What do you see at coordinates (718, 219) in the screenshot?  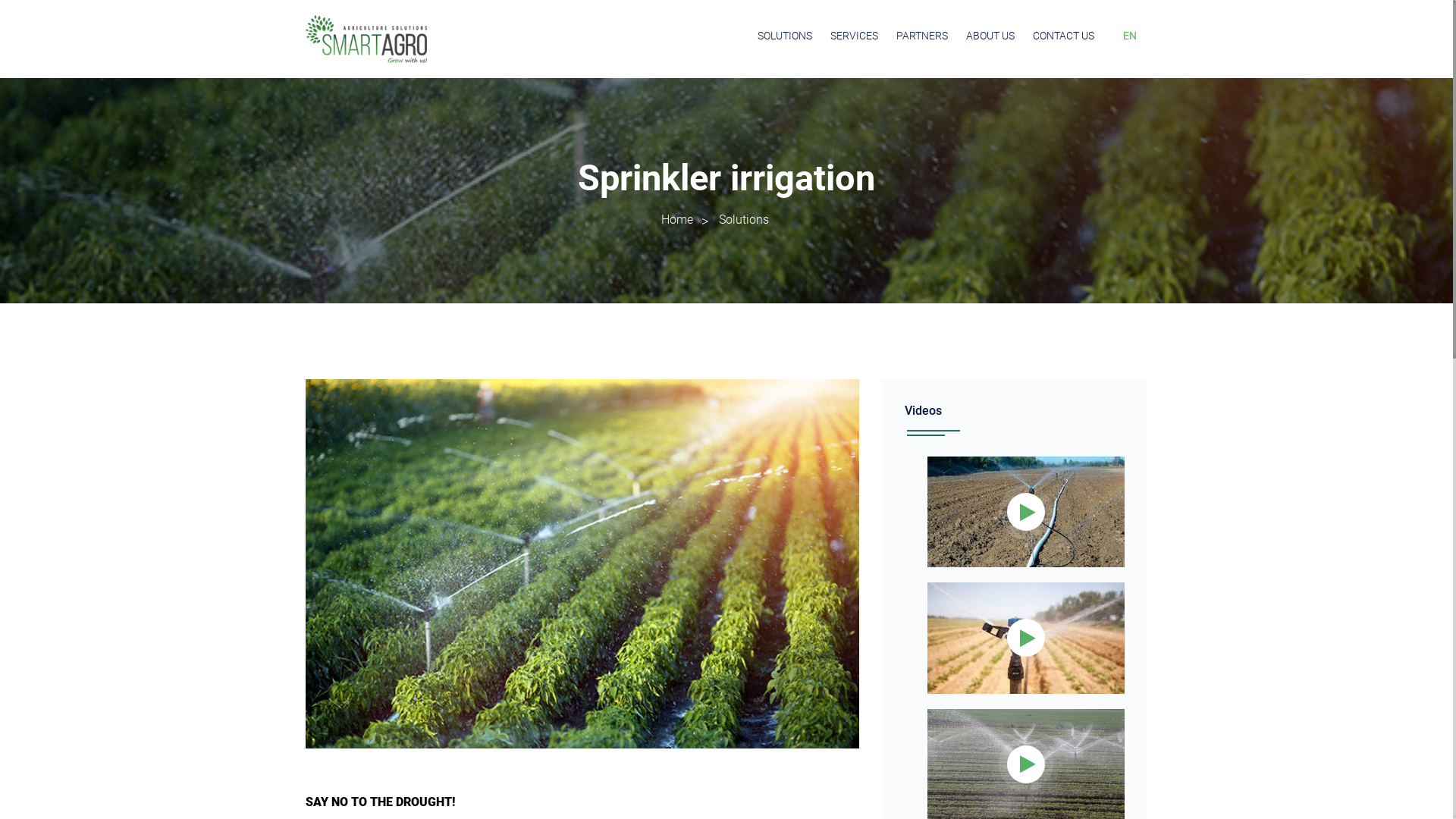 I see `'Solutions'` at bounding box center [718, 219].